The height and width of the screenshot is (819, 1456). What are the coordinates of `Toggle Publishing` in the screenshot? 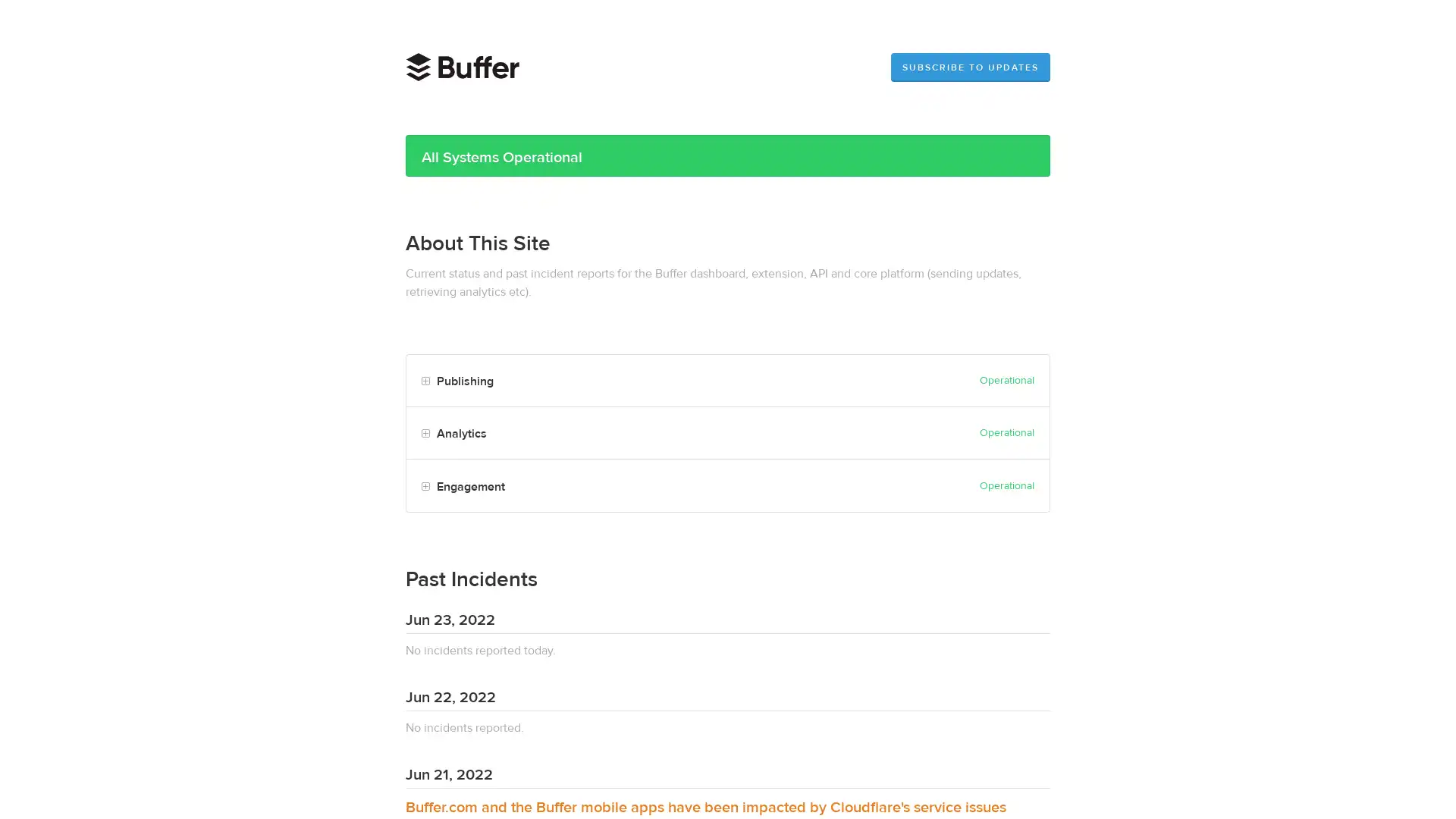 It's located at (425, 381).